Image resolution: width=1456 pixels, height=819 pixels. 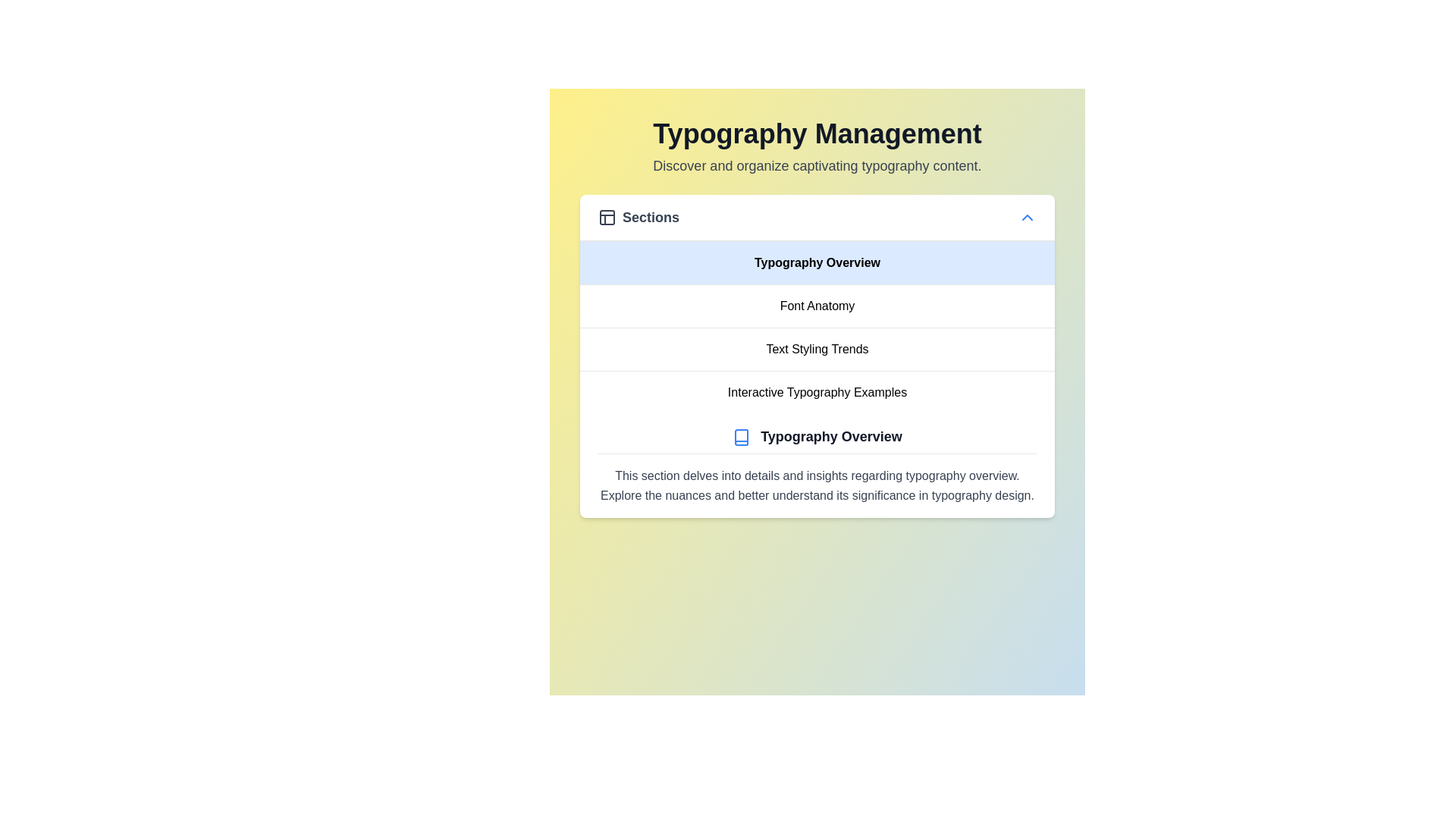 I want to click on static text located directly beneath the header 'Typography Management' to gather supportive information about the page's topic, so click(x=817, y=166).